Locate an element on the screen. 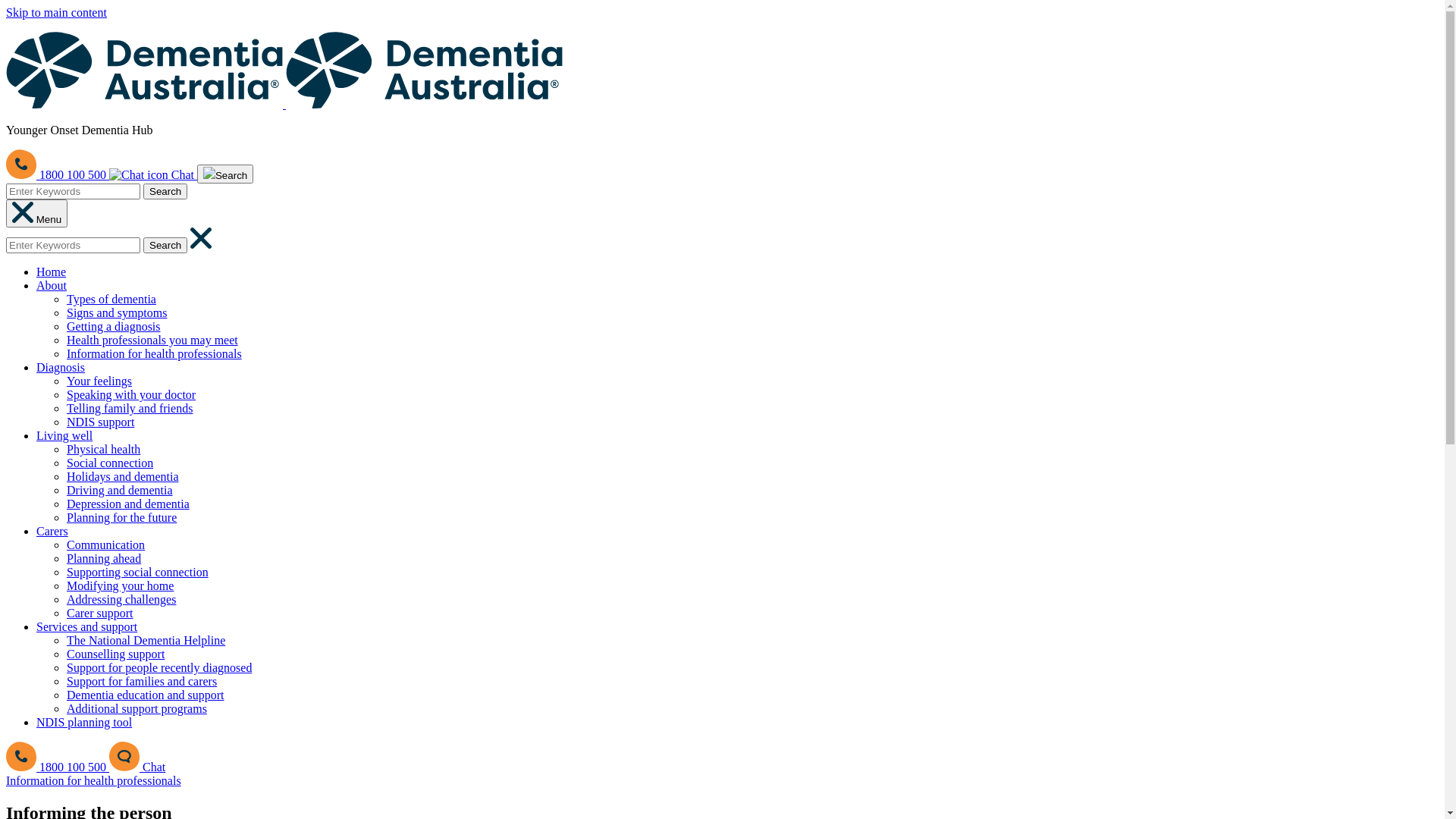 The image size is (1456, 819). 'Support for families and carers' is located at coordinates (142, 680).